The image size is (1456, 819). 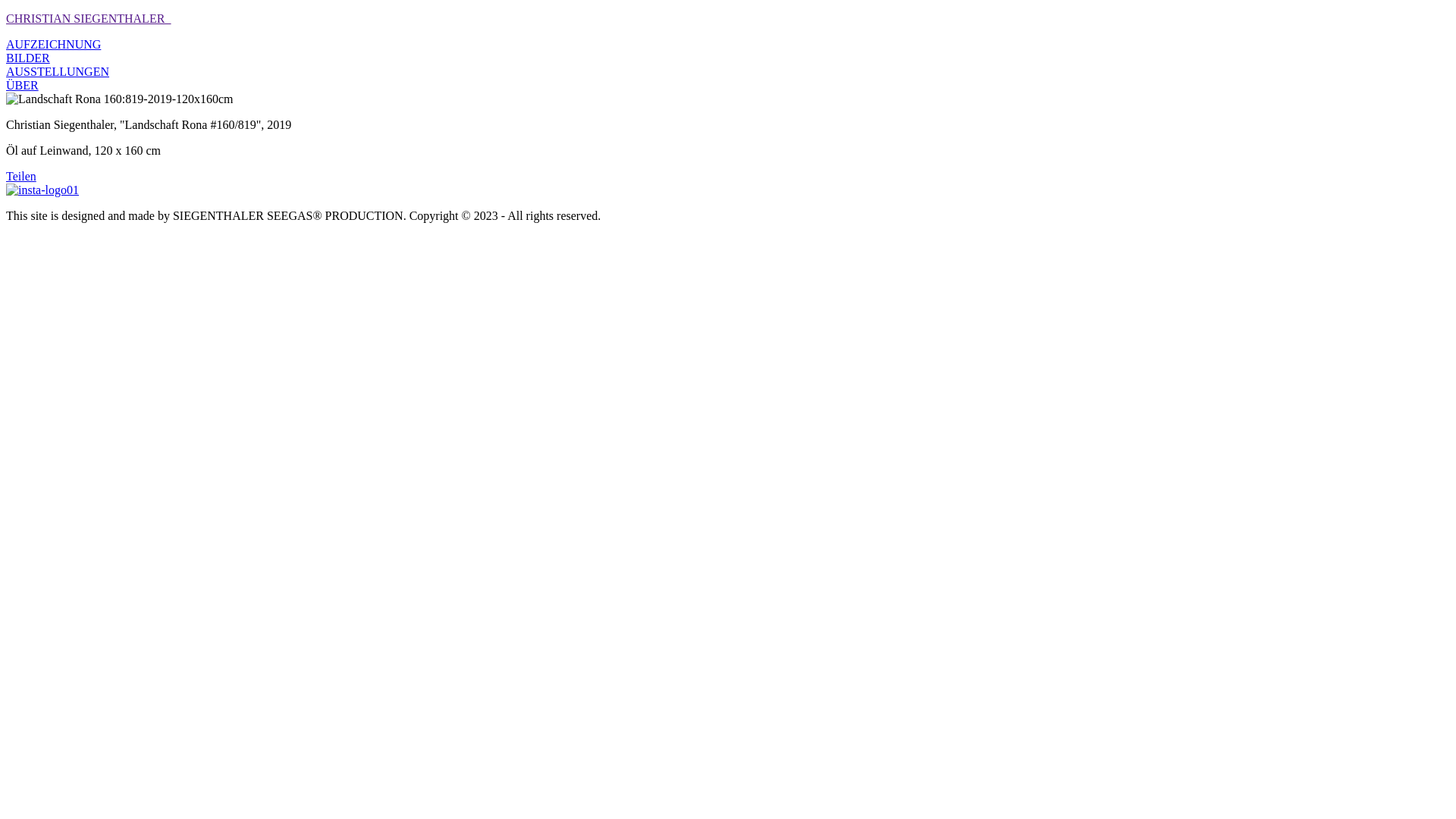 I want to click on 'insta-logo01', so click(x=6, y=189).